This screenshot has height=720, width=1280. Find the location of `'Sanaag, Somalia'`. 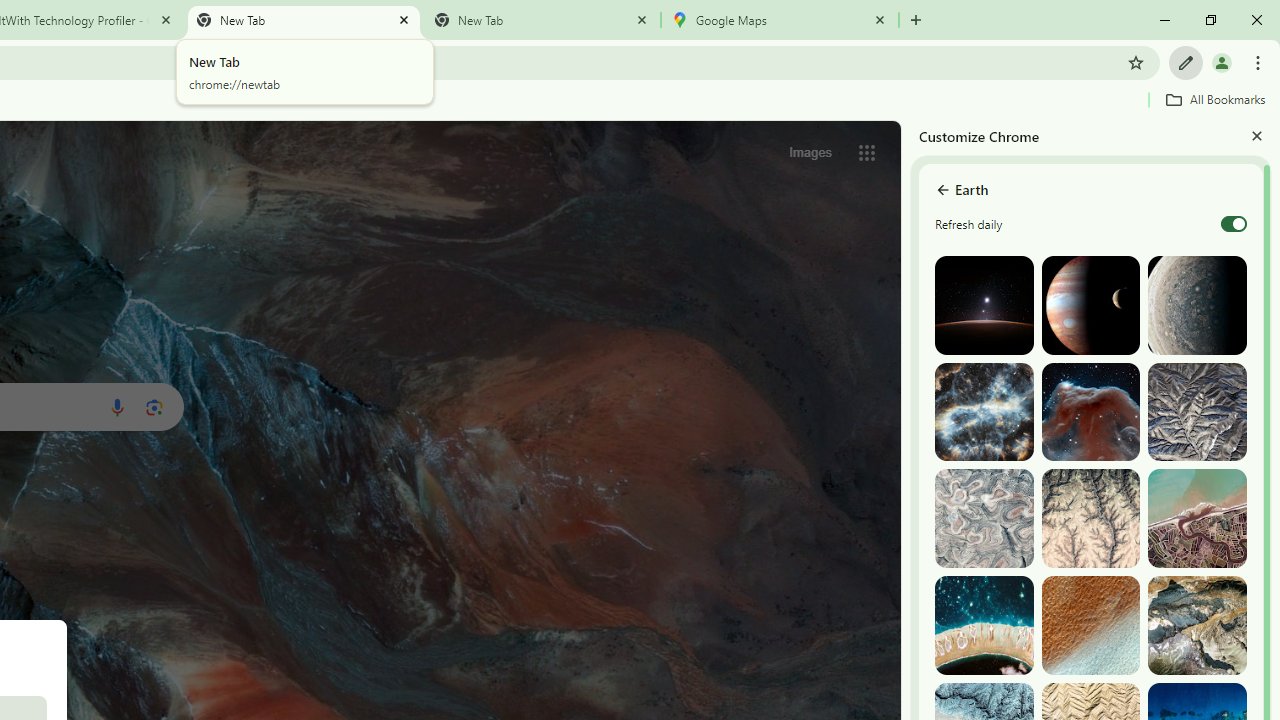

'Sanaag, Somalia' is located at coordinates (1089, 517).